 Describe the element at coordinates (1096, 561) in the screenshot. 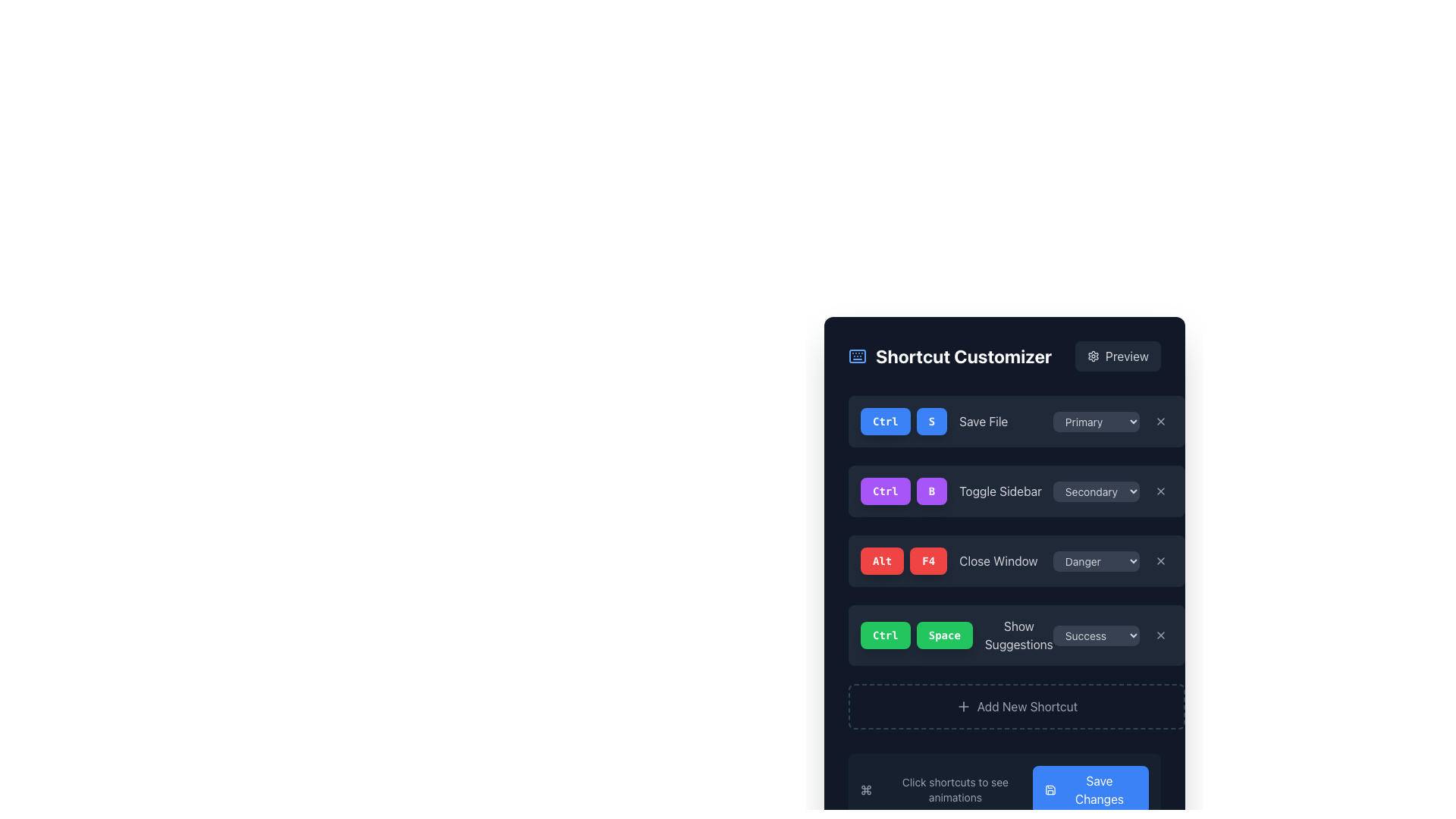

I see `the Dropdown Button located third among a set of dropdowns under the 'Close Window' shortcut` at that location.